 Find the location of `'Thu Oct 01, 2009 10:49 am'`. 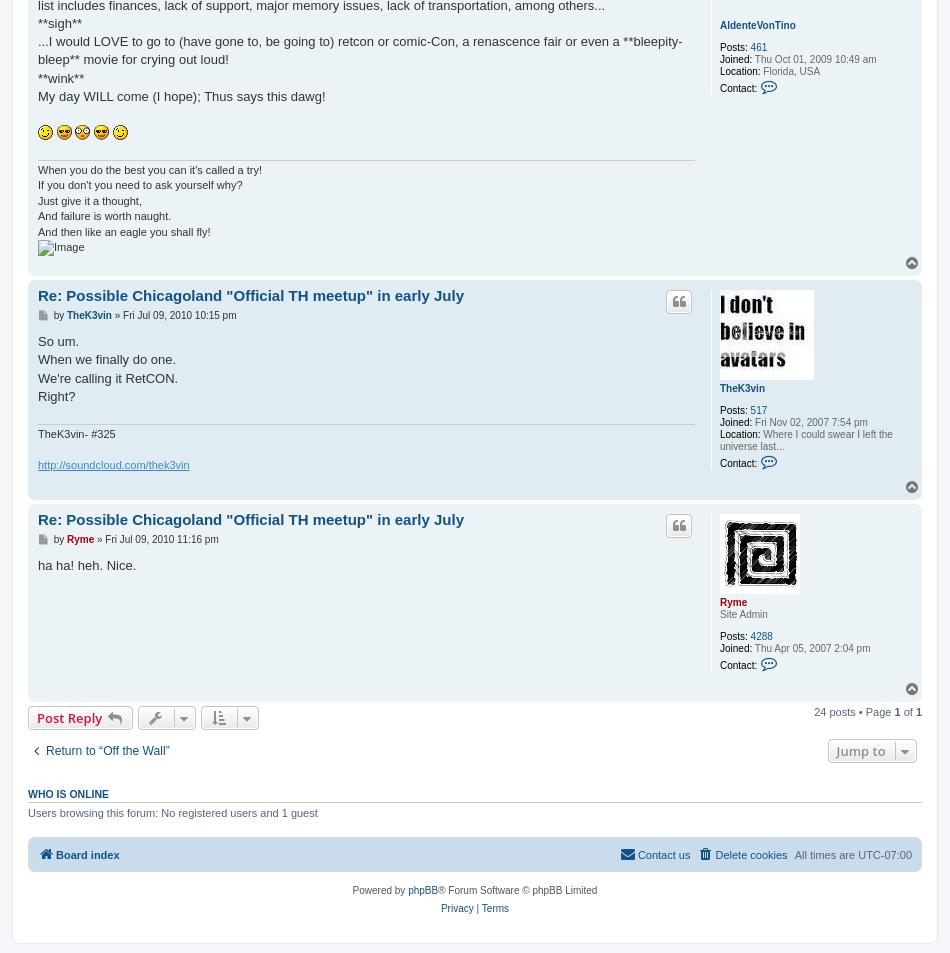

'Thu Oct 01, 2009 10:49 am' is located at coordinates (812, 58).